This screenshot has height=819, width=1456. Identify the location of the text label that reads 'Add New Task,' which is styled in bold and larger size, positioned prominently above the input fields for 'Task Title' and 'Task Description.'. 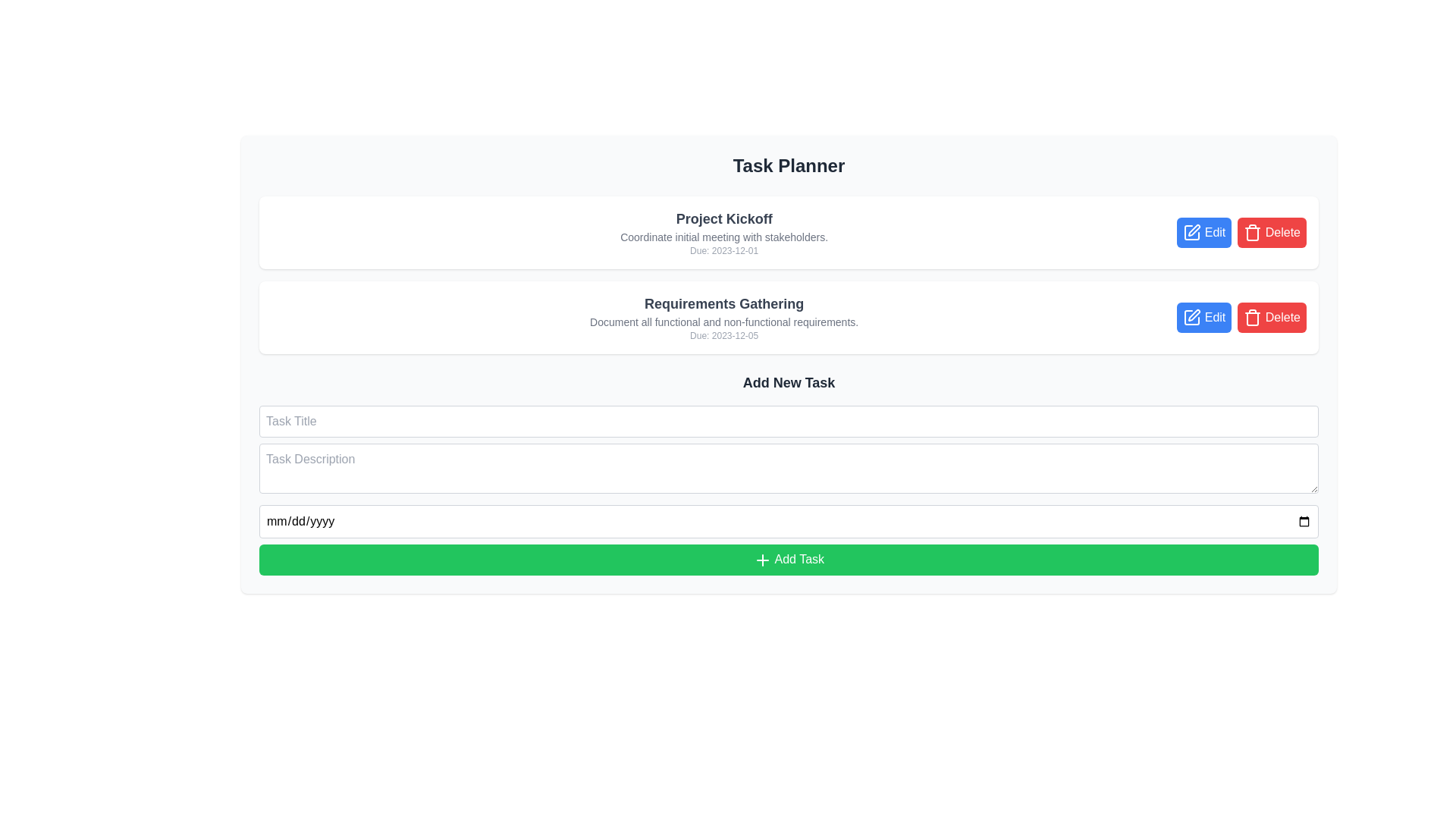
(789, 382).